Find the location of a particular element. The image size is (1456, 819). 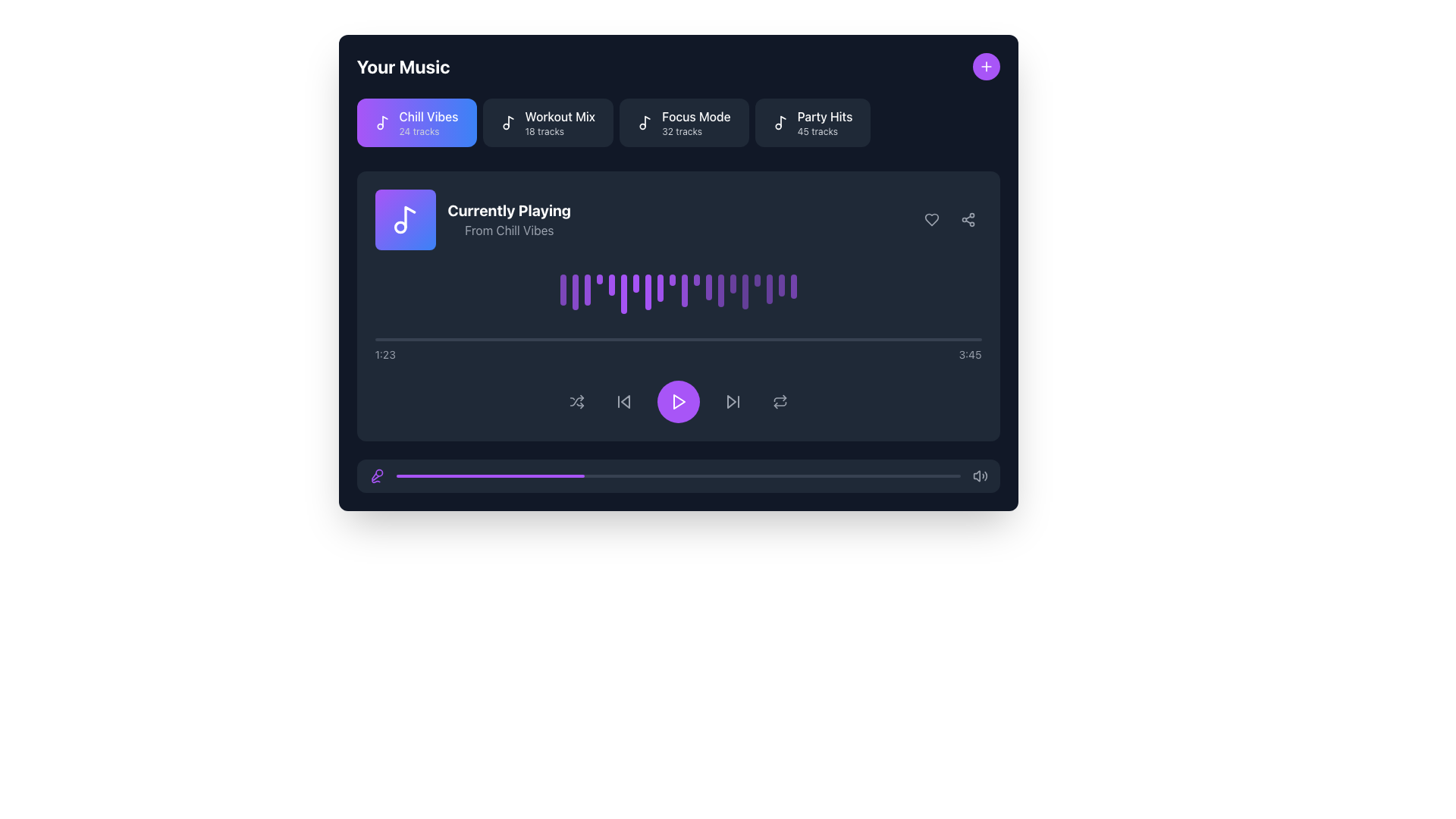

to select or view the 'Chill Vibes' playlist card, which is the first card in the grid of music playlists, located in the 'Your Music' section is located at coordinates (428, 122).